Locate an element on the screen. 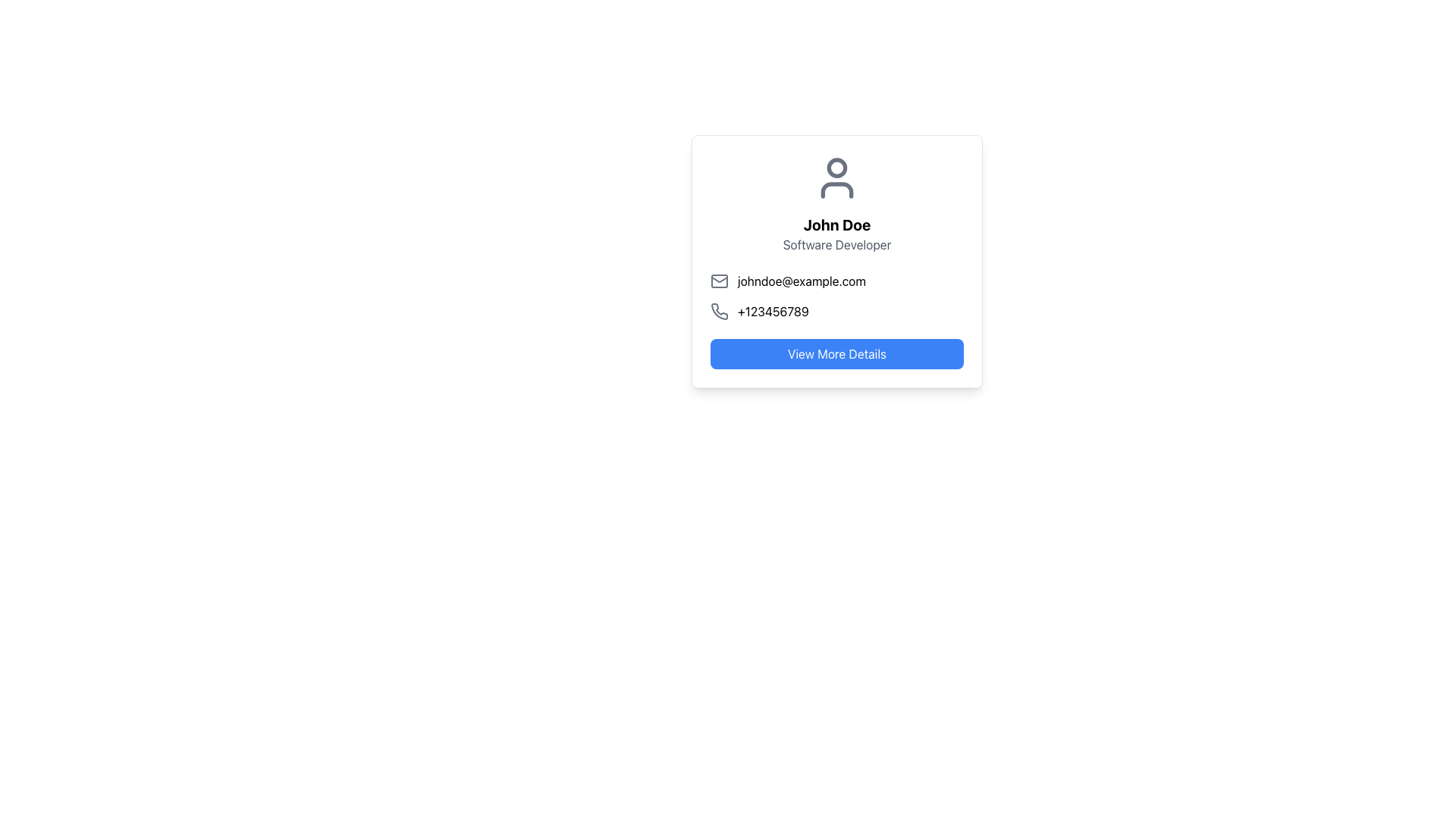 The image size is (1456, 819). the static text displaying 'John Doe', which serves as the name identifier within the card, positioned below a user icon and above 'Software Developer' is located at coordinates (836, 225).